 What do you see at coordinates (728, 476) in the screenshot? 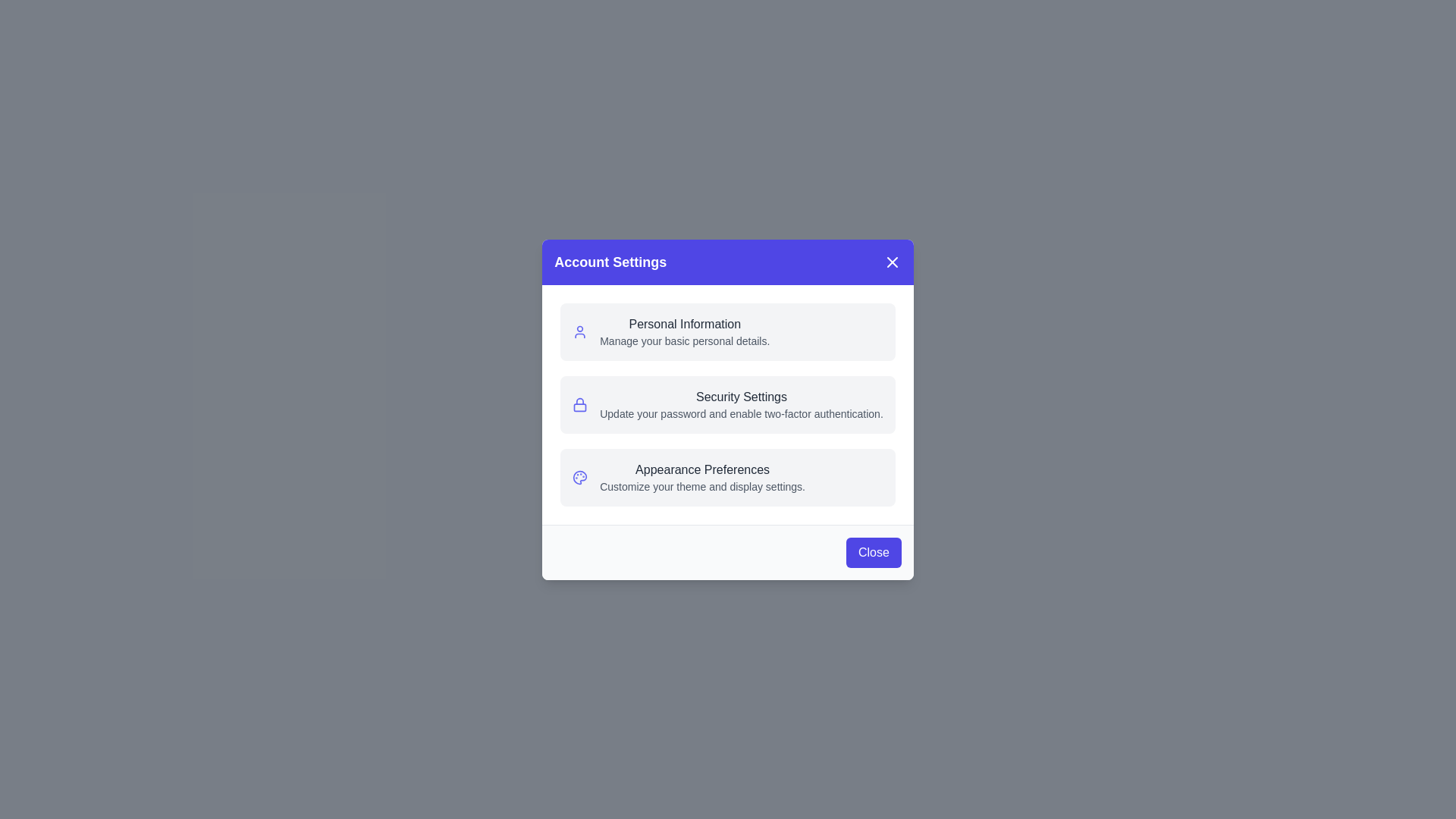
I see `the 'Appearance Preferences' menu item, which is the third item in the vertical list inside the 'Account Settings' modal` at bounding box center [728, 476].